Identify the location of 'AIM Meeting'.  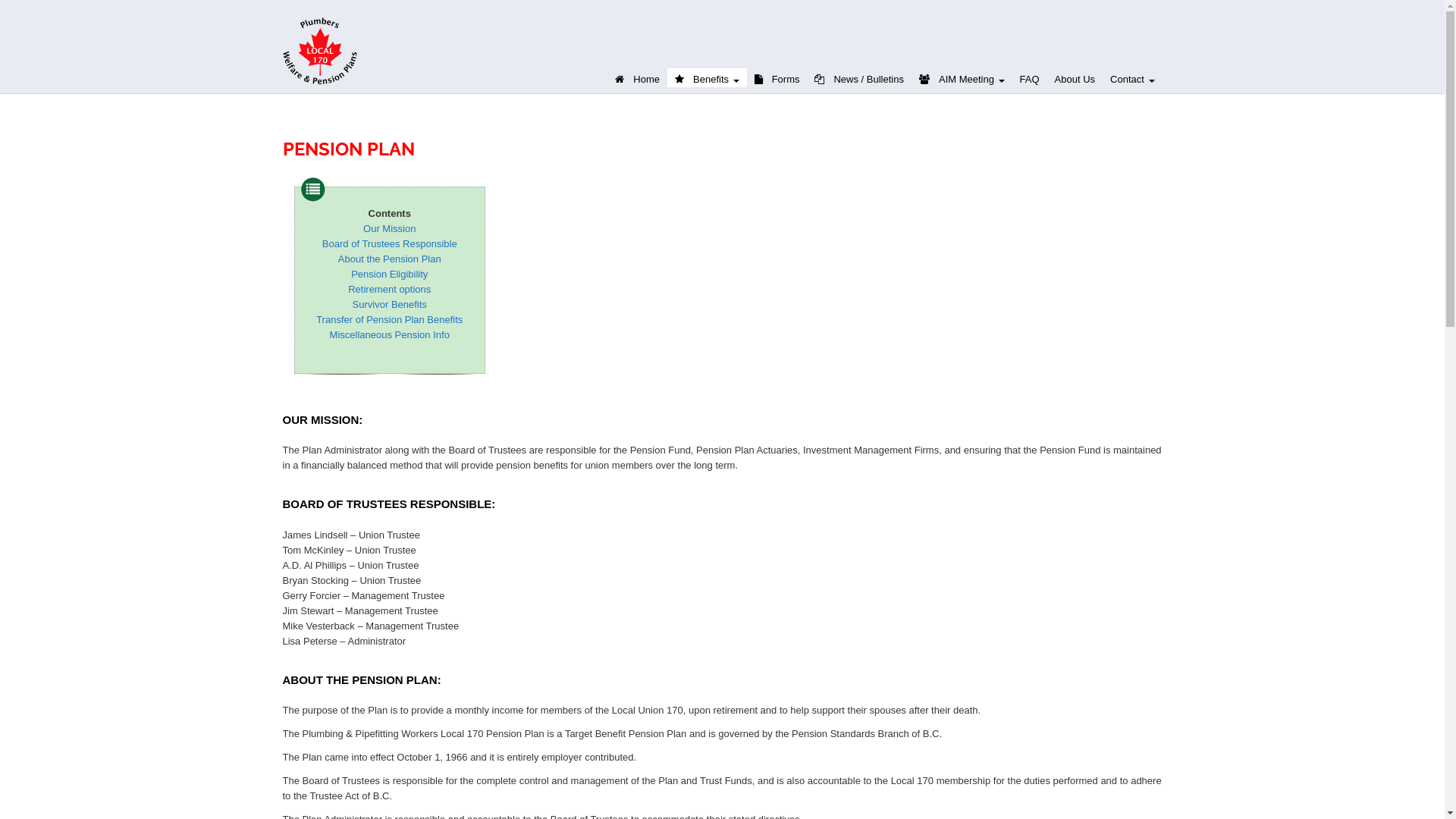
(910, 77).